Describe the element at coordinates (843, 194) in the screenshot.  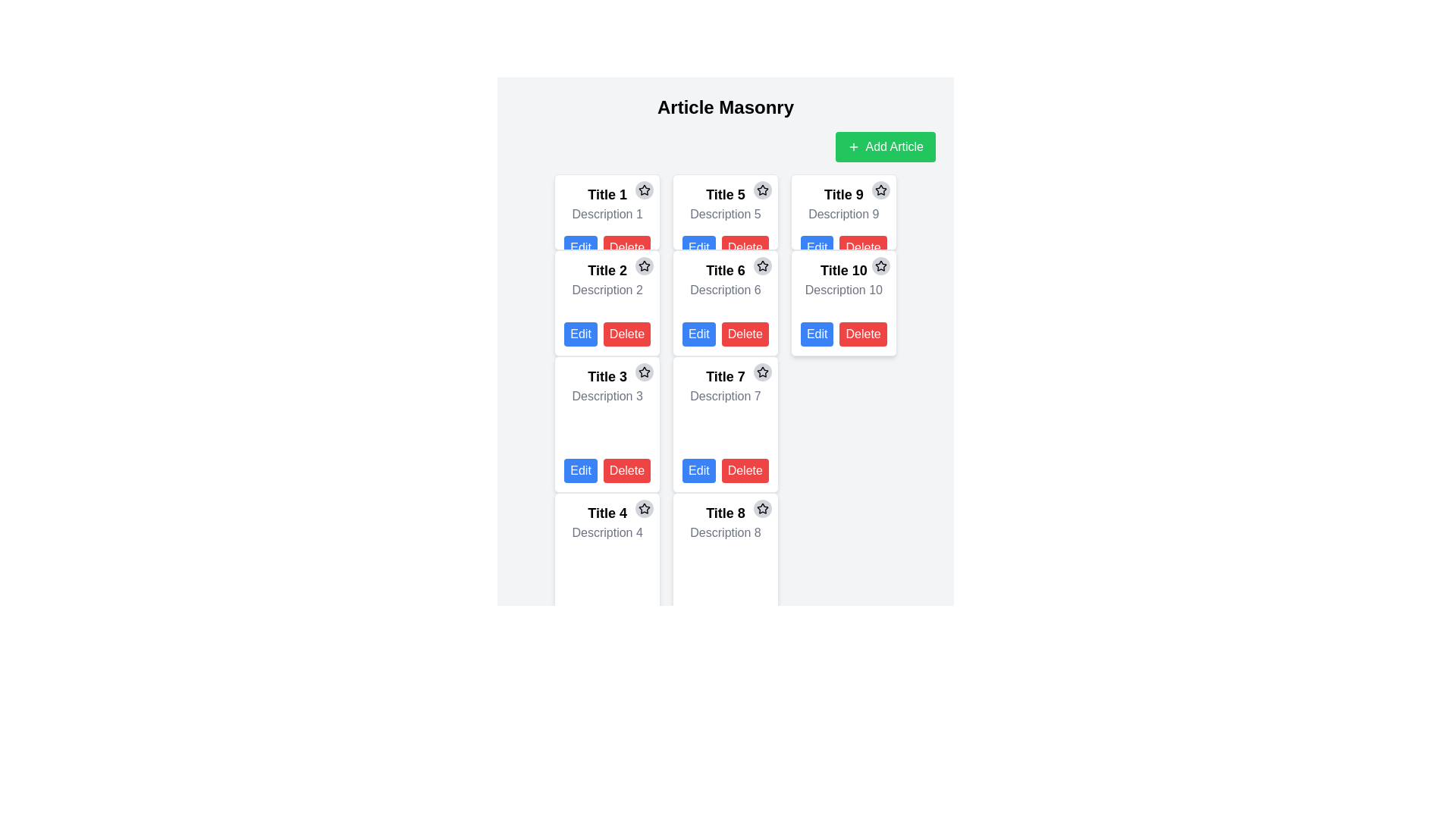
I see `the text label displaying 'Title 9', which is a bold, large font element positioned at the top of the card layout in the 4th column and 2nd row of the grid` at that location.